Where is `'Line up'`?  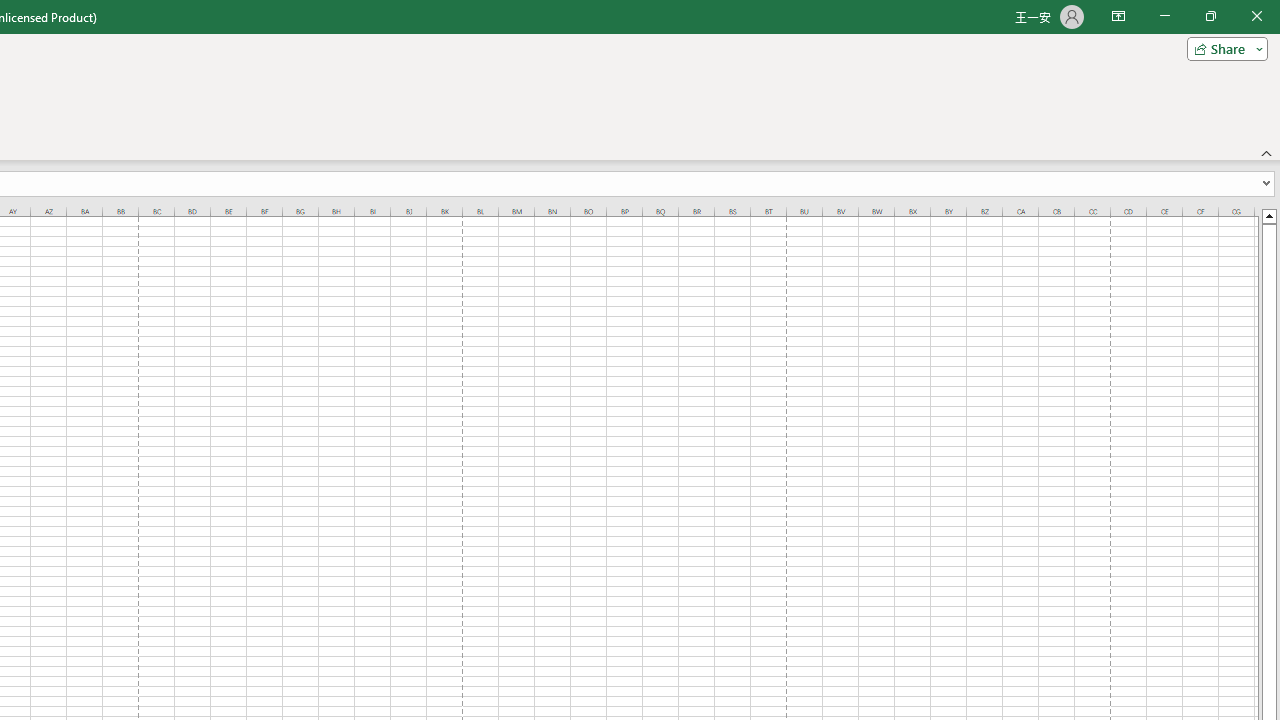 'Line up' is located at coordinates (1268, 215).